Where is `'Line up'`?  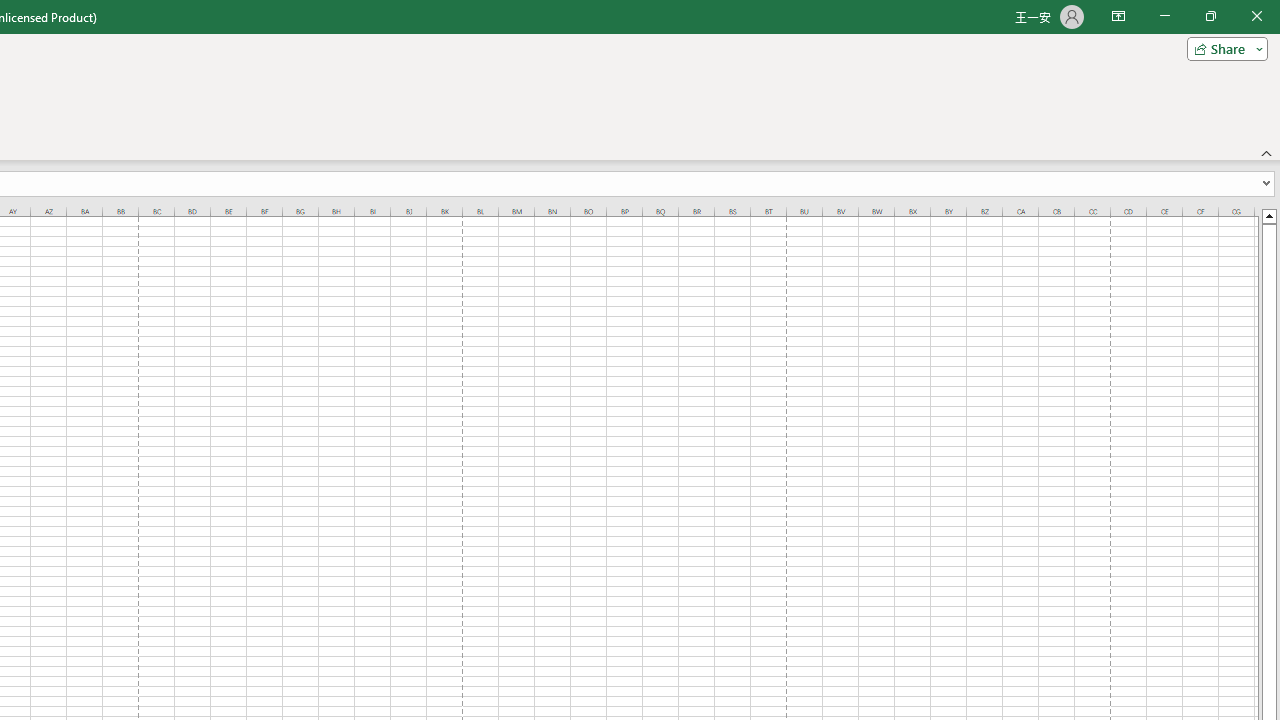 'Line up' is located at coordinates (1268, 215).